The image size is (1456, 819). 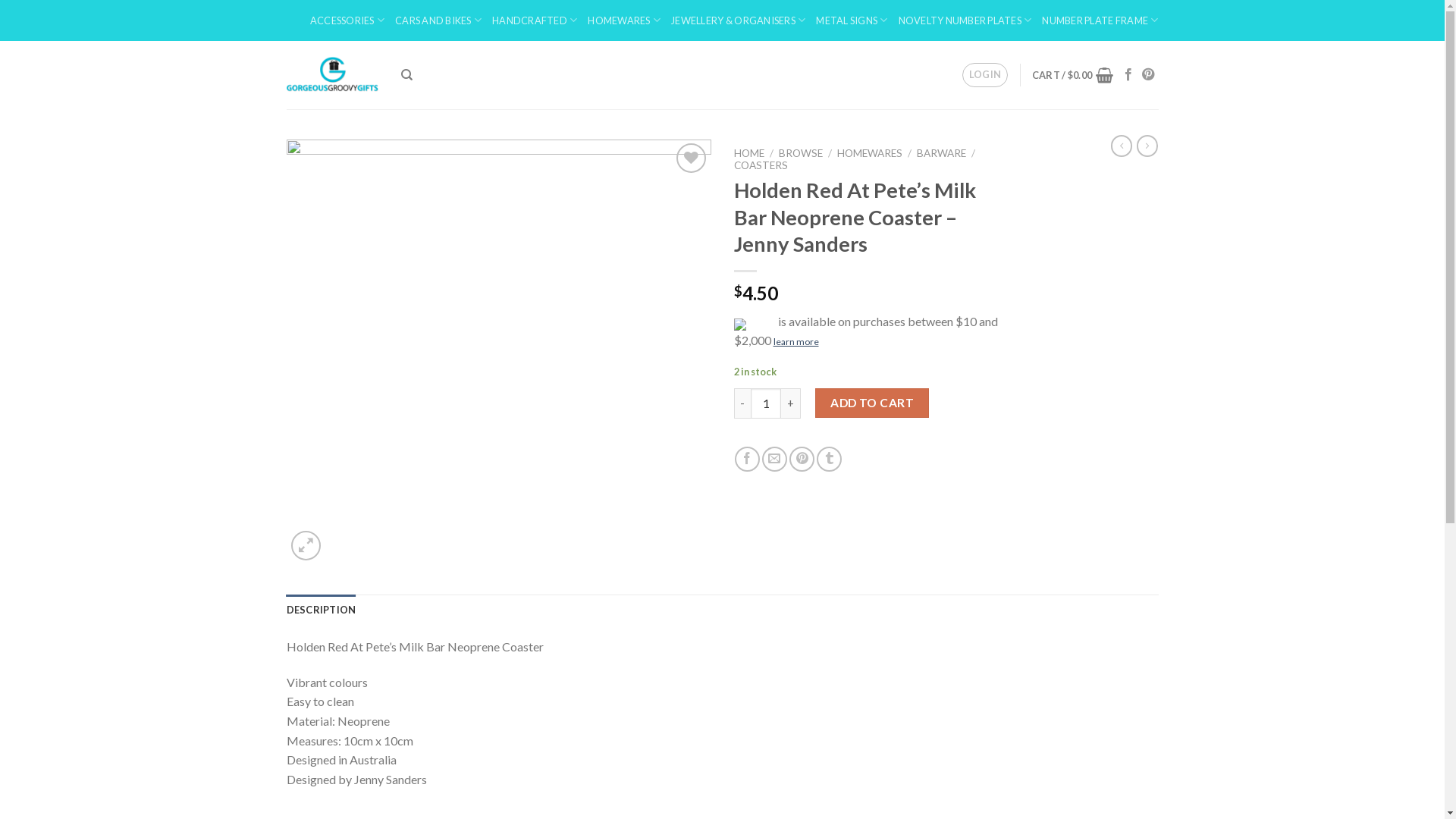 I want to click on 'DESCRIPTION', so click(x=320, y=608).